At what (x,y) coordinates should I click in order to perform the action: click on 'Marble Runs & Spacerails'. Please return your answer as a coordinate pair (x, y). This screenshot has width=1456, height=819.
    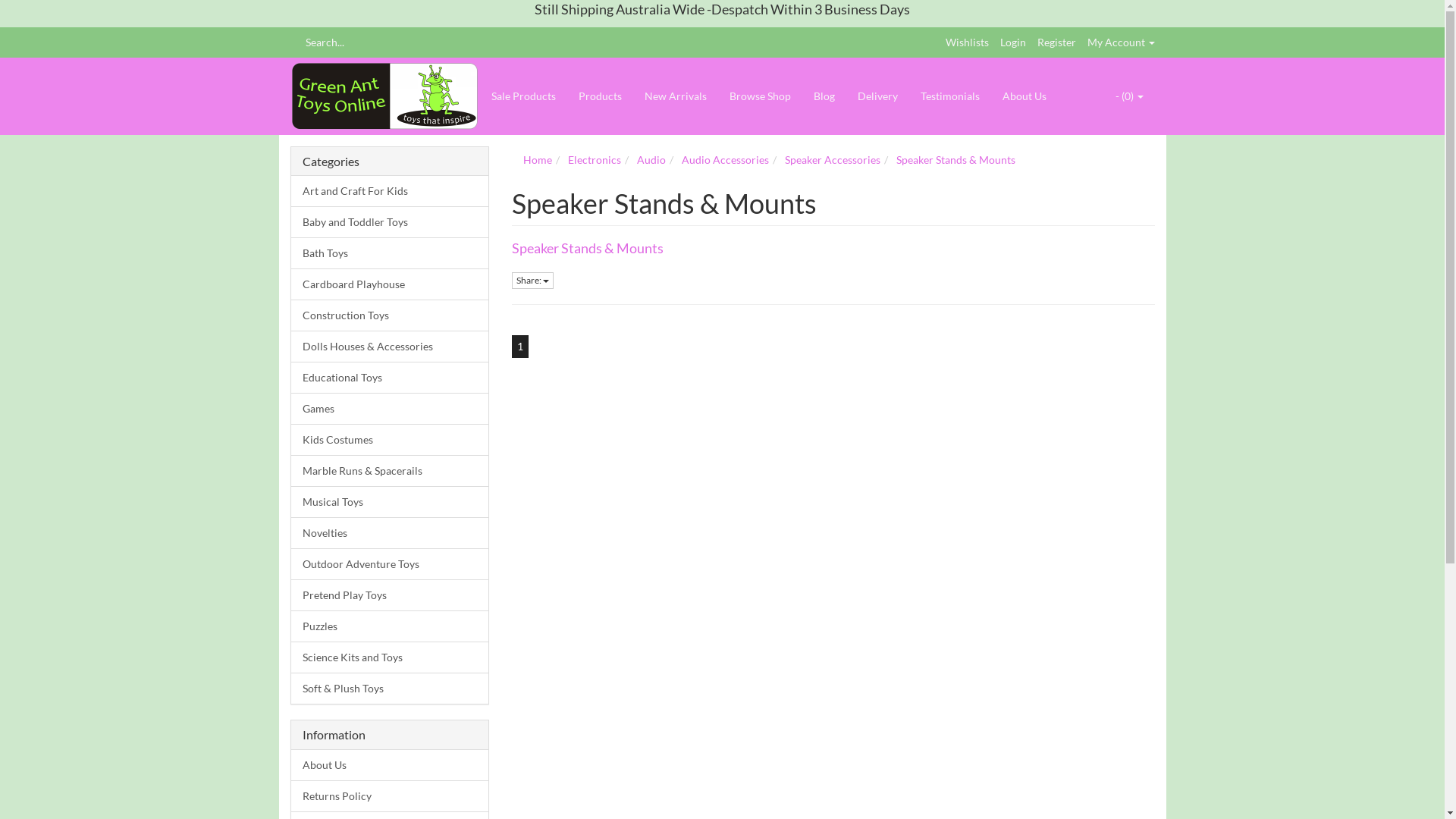
    Looking at the image, I should click on (390, 469).